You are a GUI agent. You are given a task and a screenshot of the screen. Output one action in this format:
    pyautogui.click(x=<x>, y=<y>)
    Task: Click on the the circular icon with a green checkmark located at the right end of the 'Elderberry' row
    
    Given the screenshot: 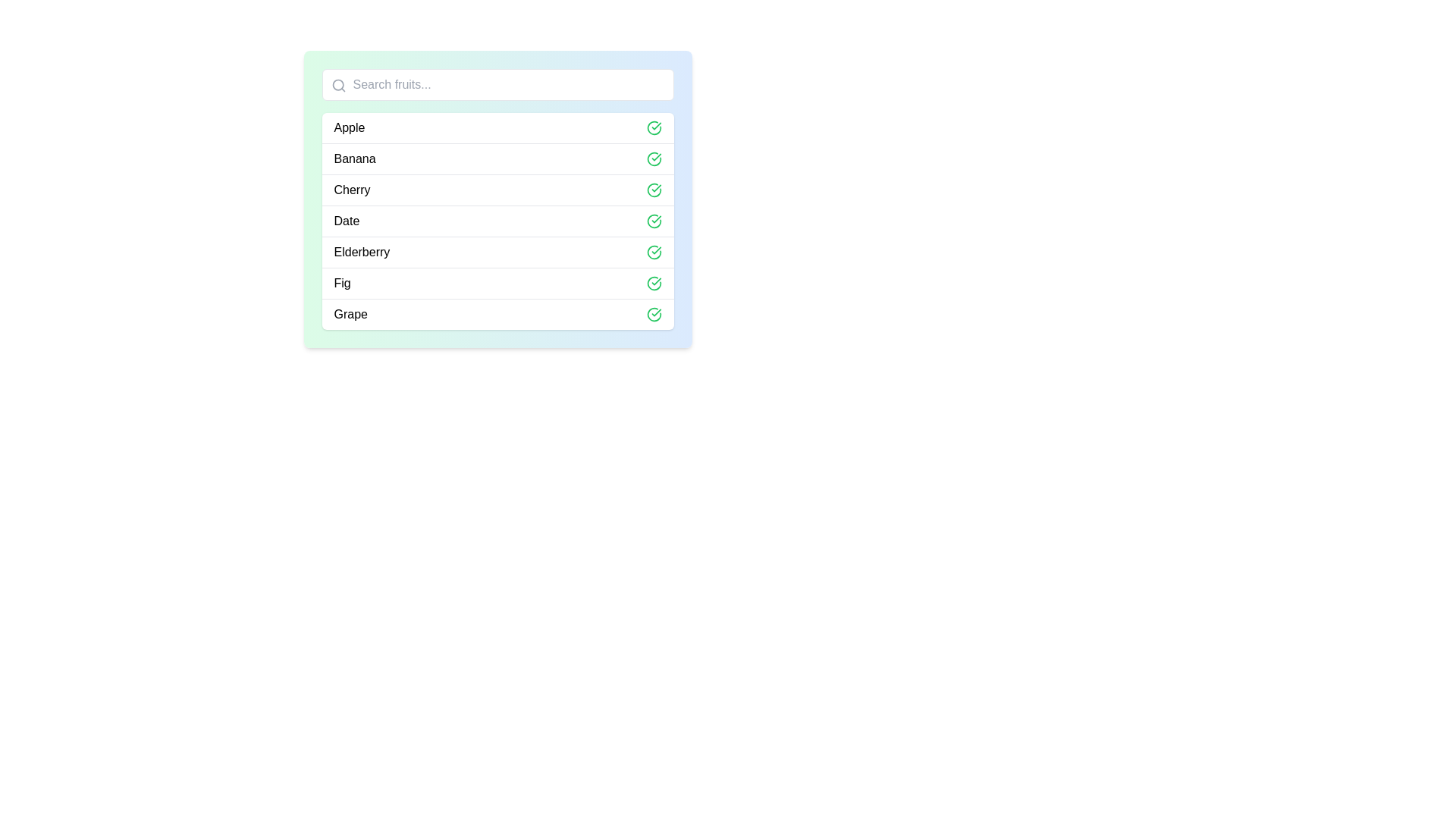 What is the action you would take?
    pyautogui.click(x=654, y=251)
    